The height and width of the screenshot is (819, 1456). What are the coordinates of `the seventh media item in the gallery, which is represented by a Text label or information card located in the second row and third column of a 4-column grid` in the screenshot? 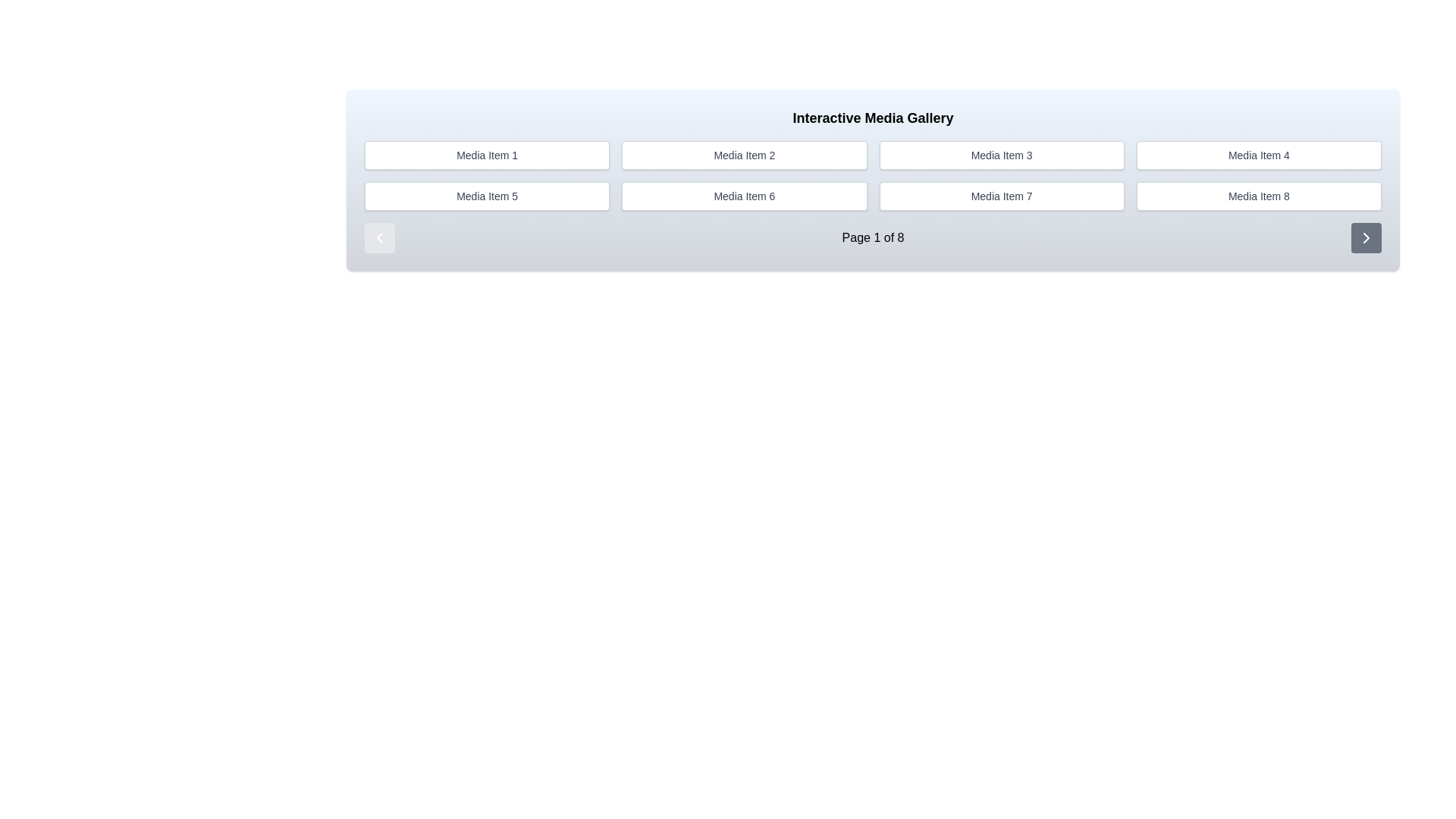 It's located at (1002, 195).